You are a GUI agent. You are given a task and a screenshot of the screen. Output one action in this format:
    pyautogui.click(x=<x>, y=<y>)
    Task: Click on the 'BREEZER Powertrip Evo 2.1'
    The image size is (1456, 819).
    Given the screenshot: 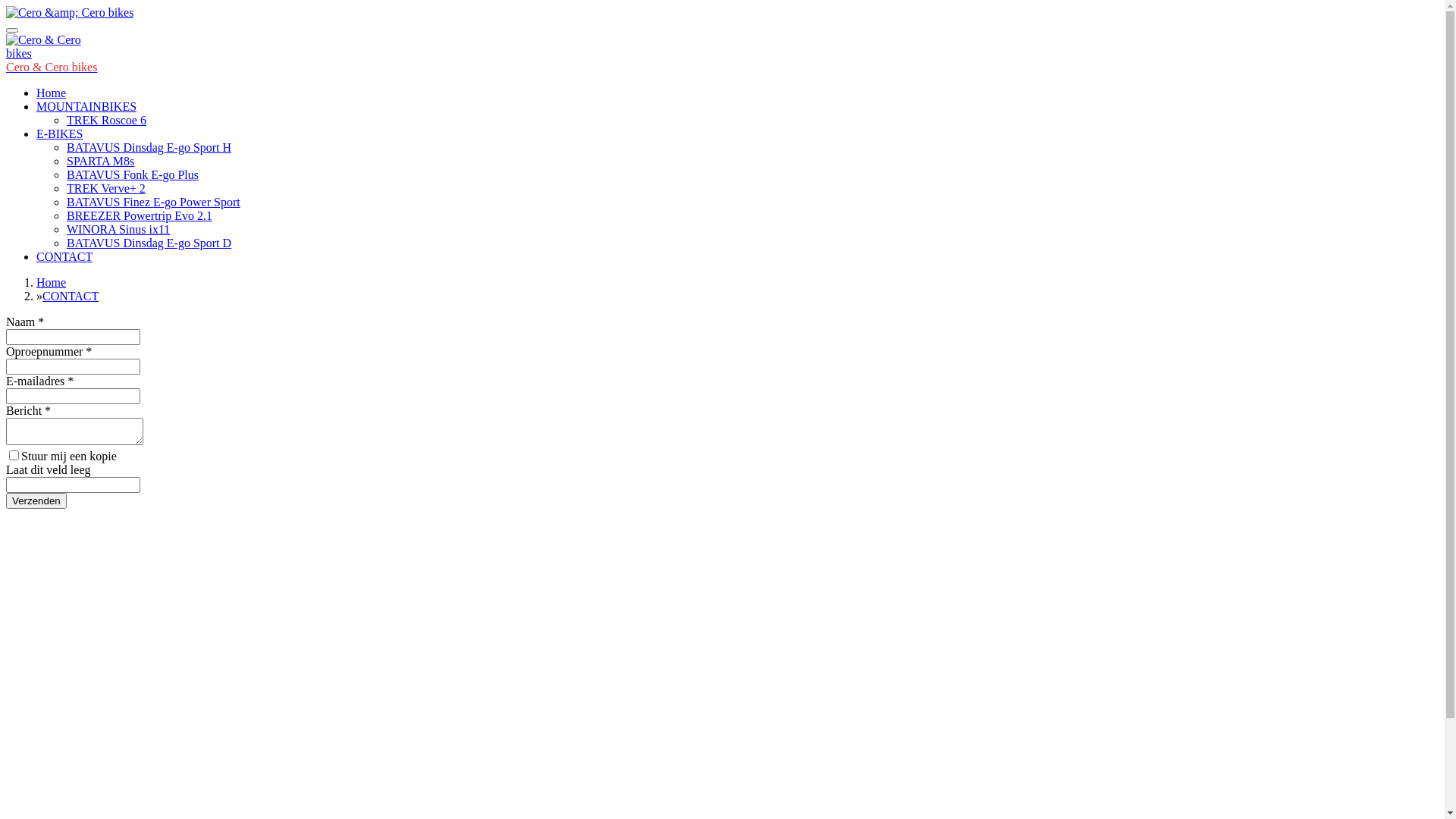 What is the action you would take?
    pyautogui.click(x=139, y=215)
    